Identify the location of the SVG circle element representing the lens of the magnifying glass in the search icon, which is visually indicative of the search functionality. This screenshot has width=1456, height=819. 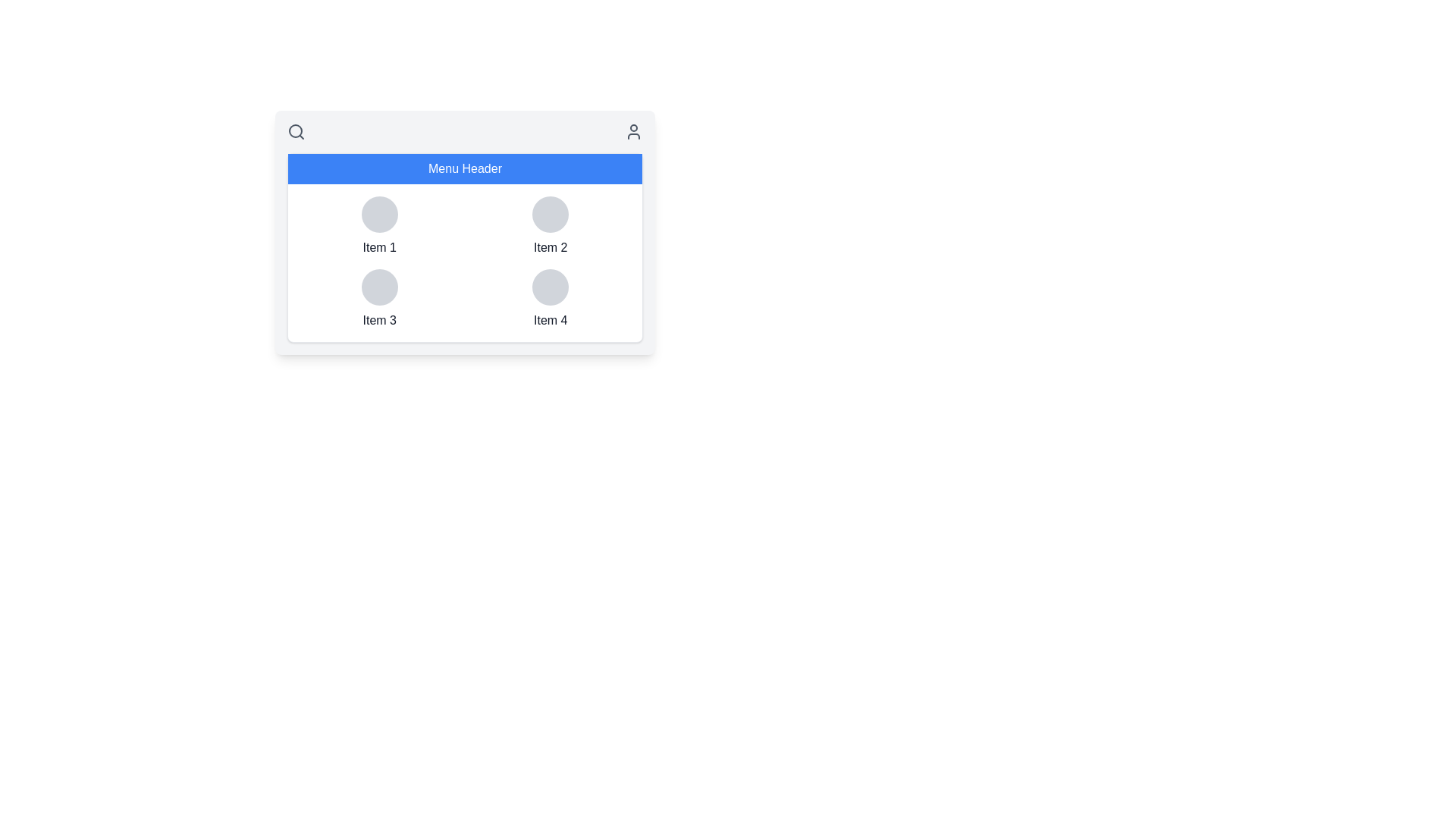
(295, 130).